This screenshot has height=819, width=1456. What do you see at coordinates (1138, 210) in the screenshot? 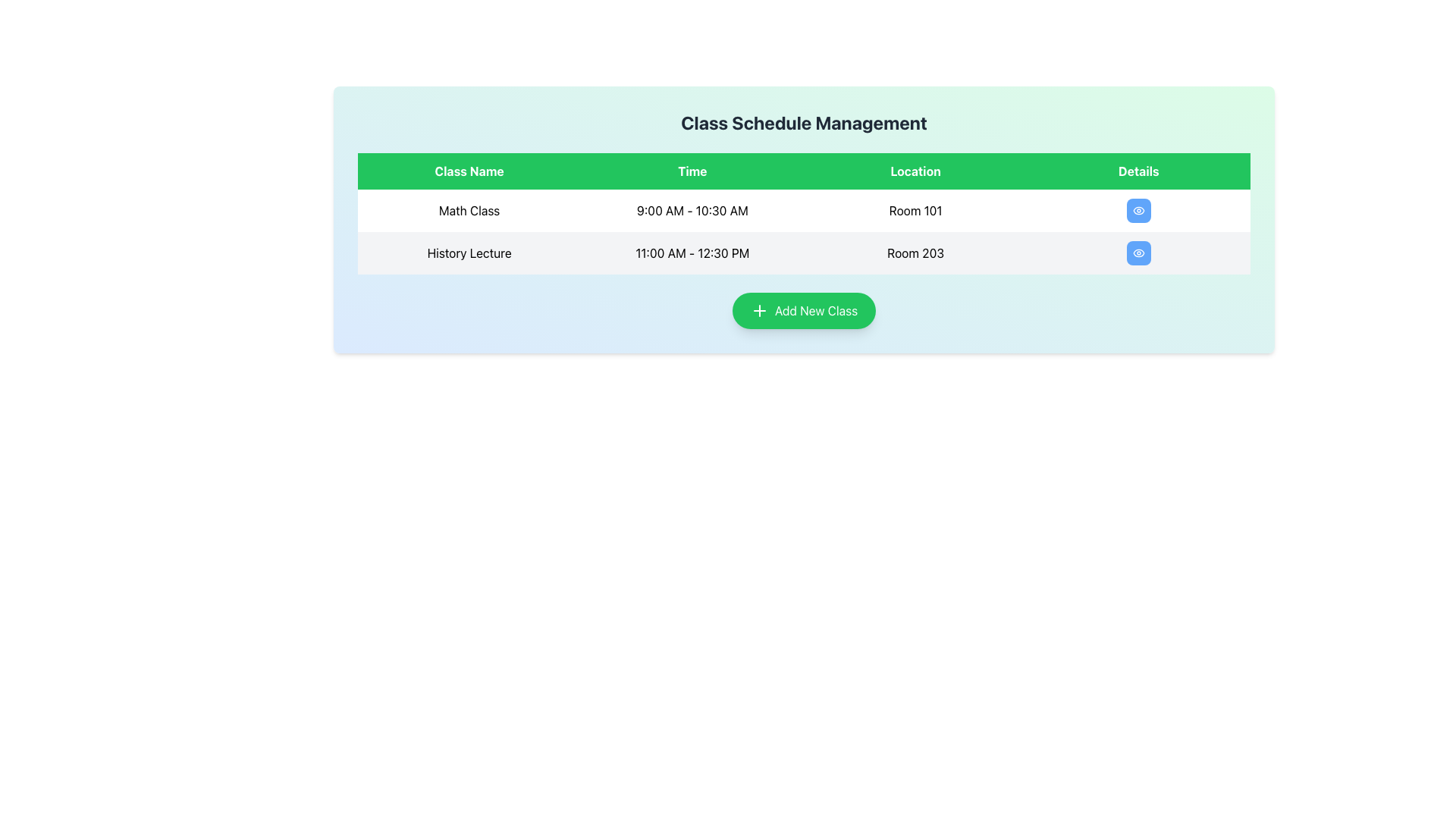
I see `the larger outer contour of the eye icon in the Details column of the Class Schedule Management table, specifically in the second row for the History Lecture entry` at bounding box center [1138, 210].